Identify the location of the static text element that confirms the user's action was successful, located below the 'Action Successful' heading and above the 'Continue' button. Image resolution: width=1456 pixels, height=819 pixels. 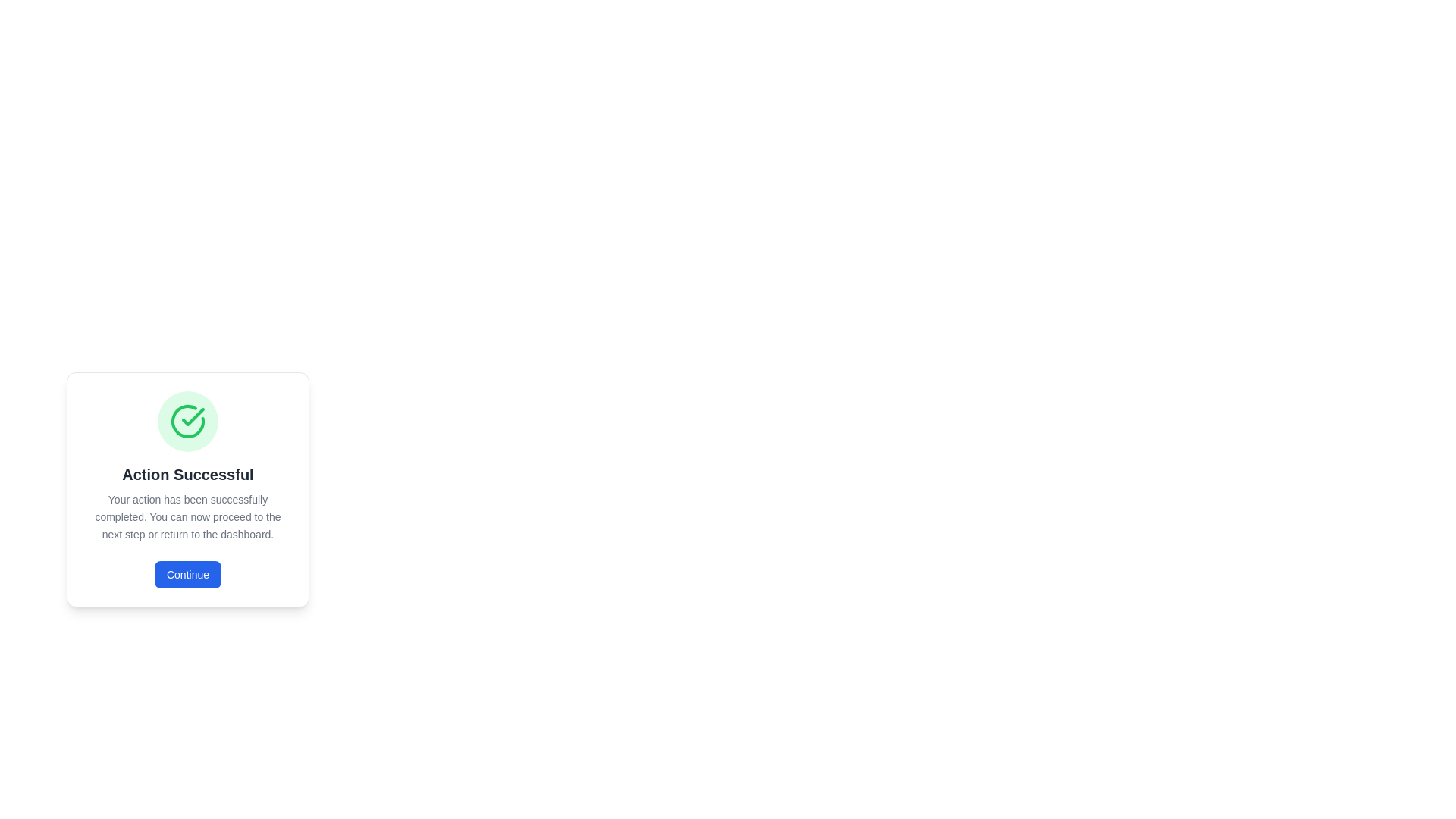
(187, 516).